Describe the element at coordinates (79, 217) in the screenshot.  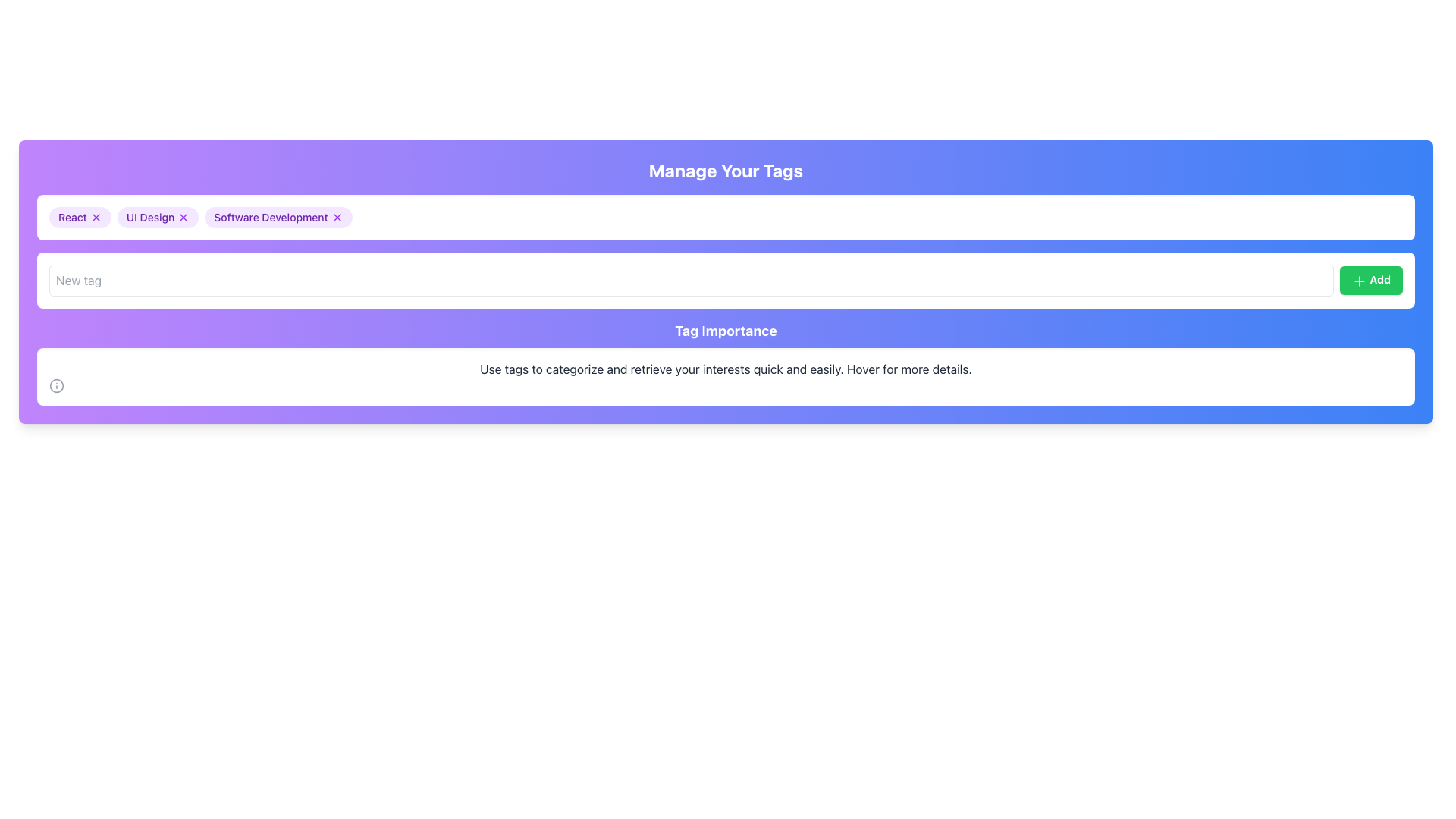
I see `the 'X' icon on the light purple 'React' tag` at that location.